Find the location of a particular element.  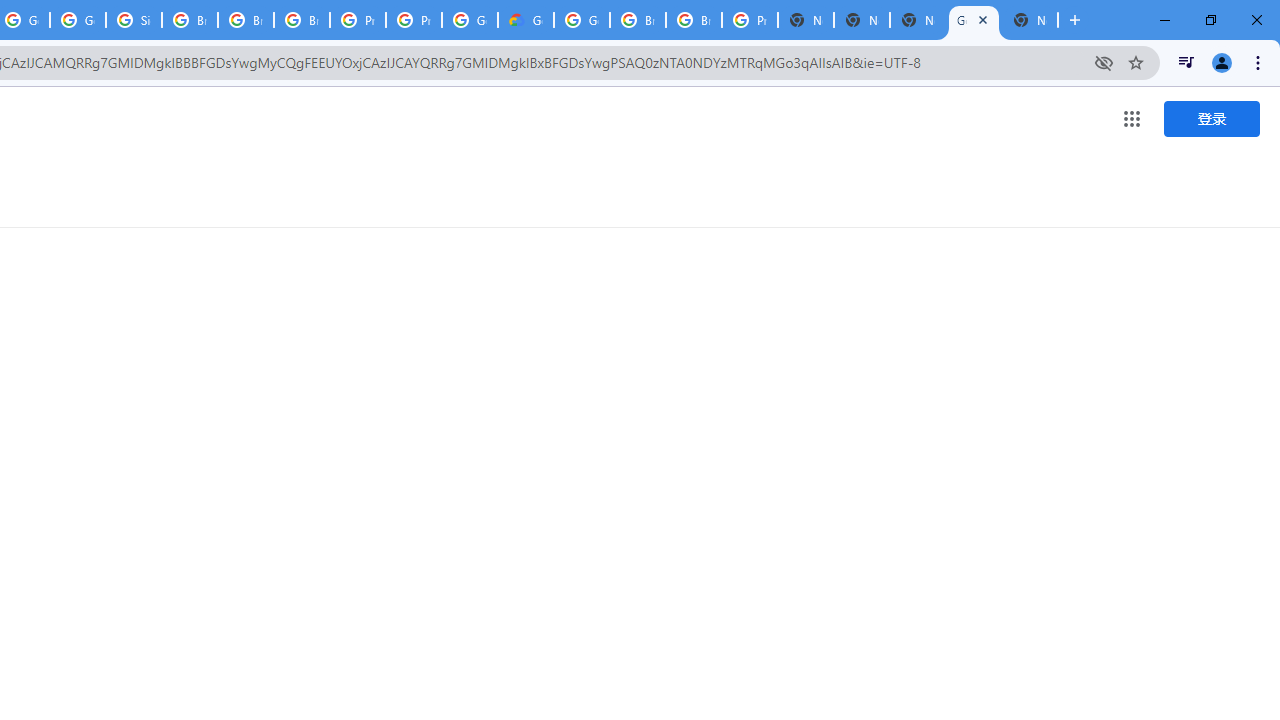

'New Tab' is located at coordinates (1030, 20).